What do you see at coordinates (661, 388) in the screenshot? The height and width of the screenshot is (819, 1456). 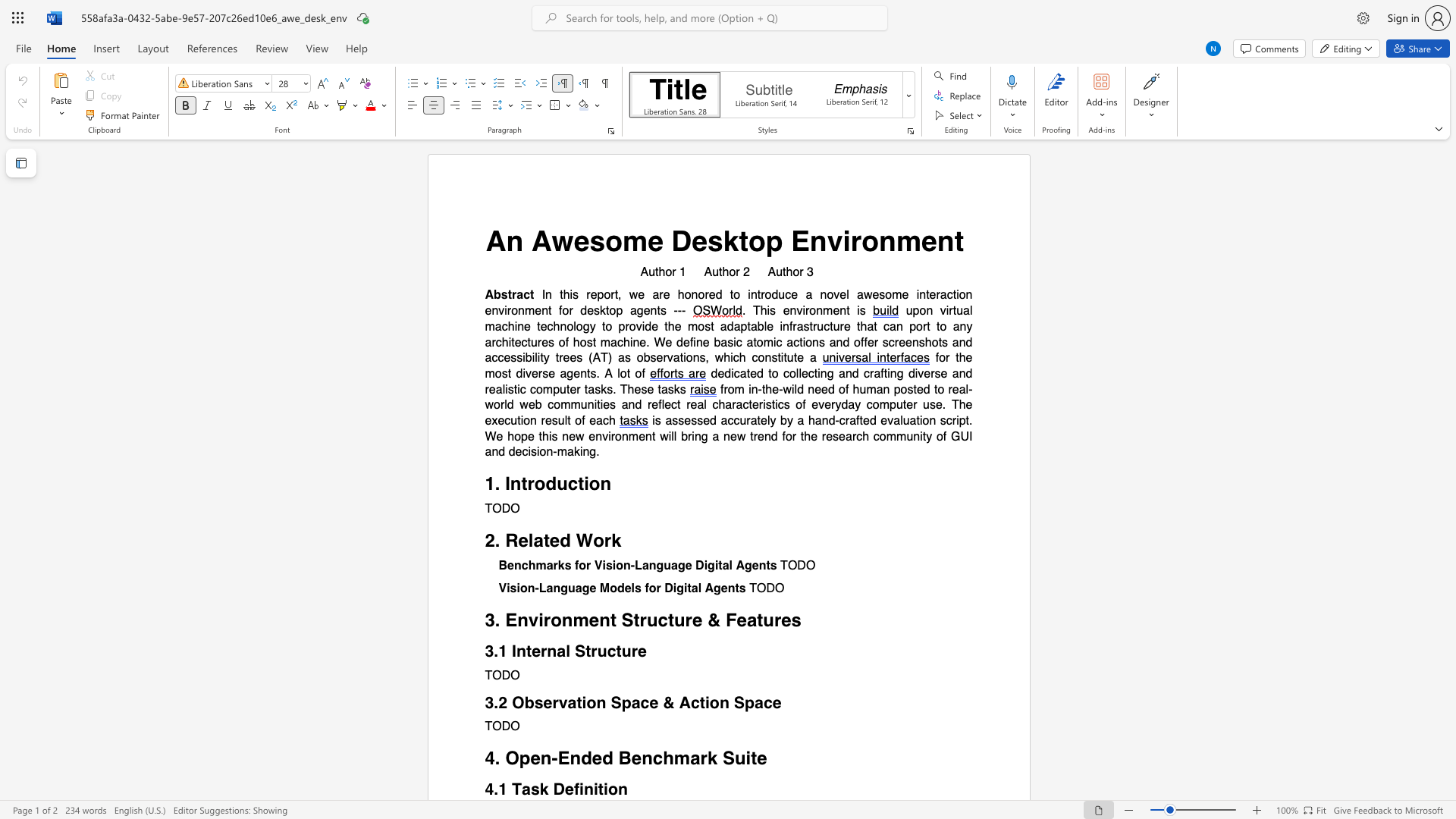 I see `the subset text "asks" within the text "dedicated to collecting and crafting diverse and realistic computer tasks. These tasks"` at bounding box center [661, 388].